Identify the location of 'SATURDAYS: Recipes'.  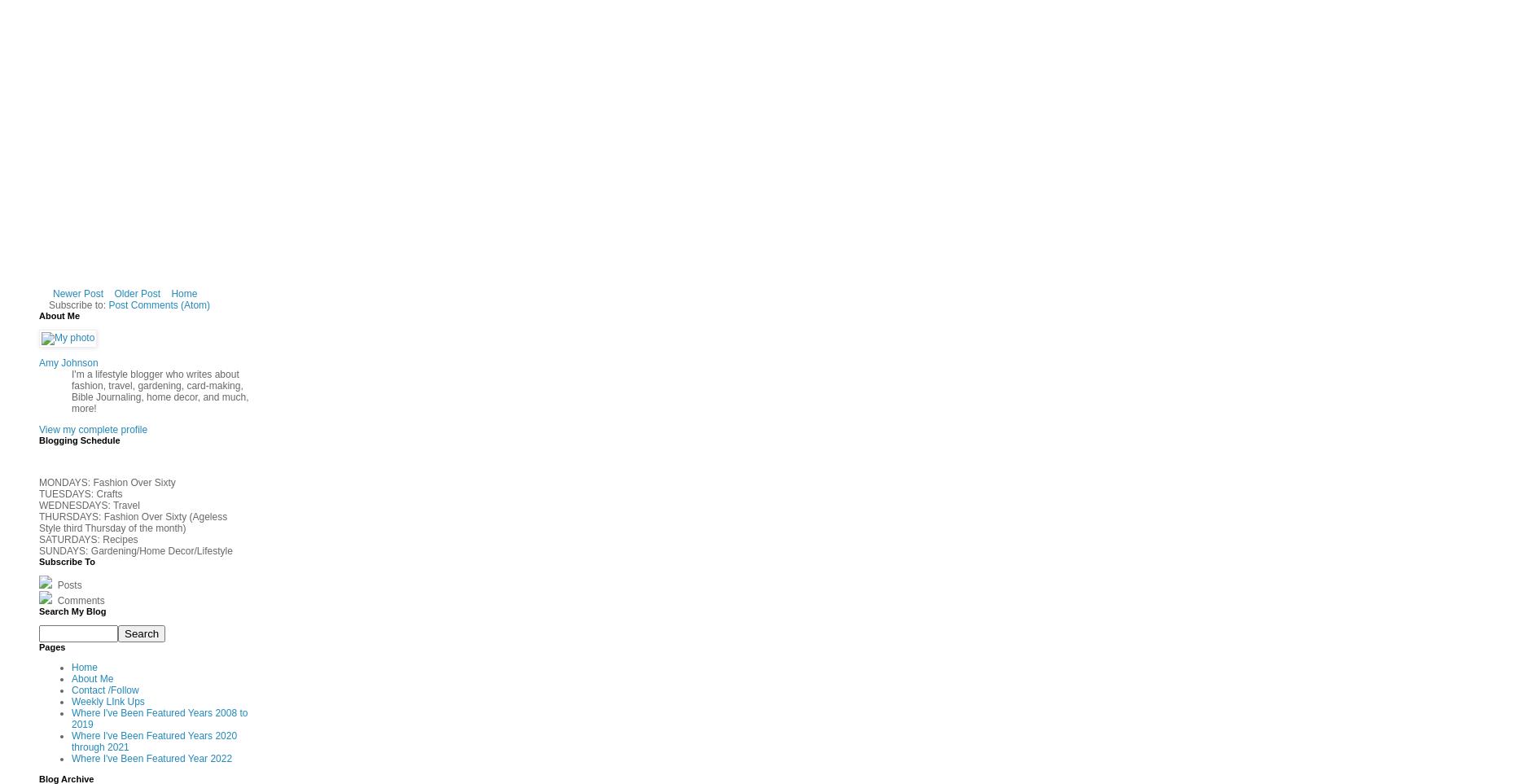
(88, 540).